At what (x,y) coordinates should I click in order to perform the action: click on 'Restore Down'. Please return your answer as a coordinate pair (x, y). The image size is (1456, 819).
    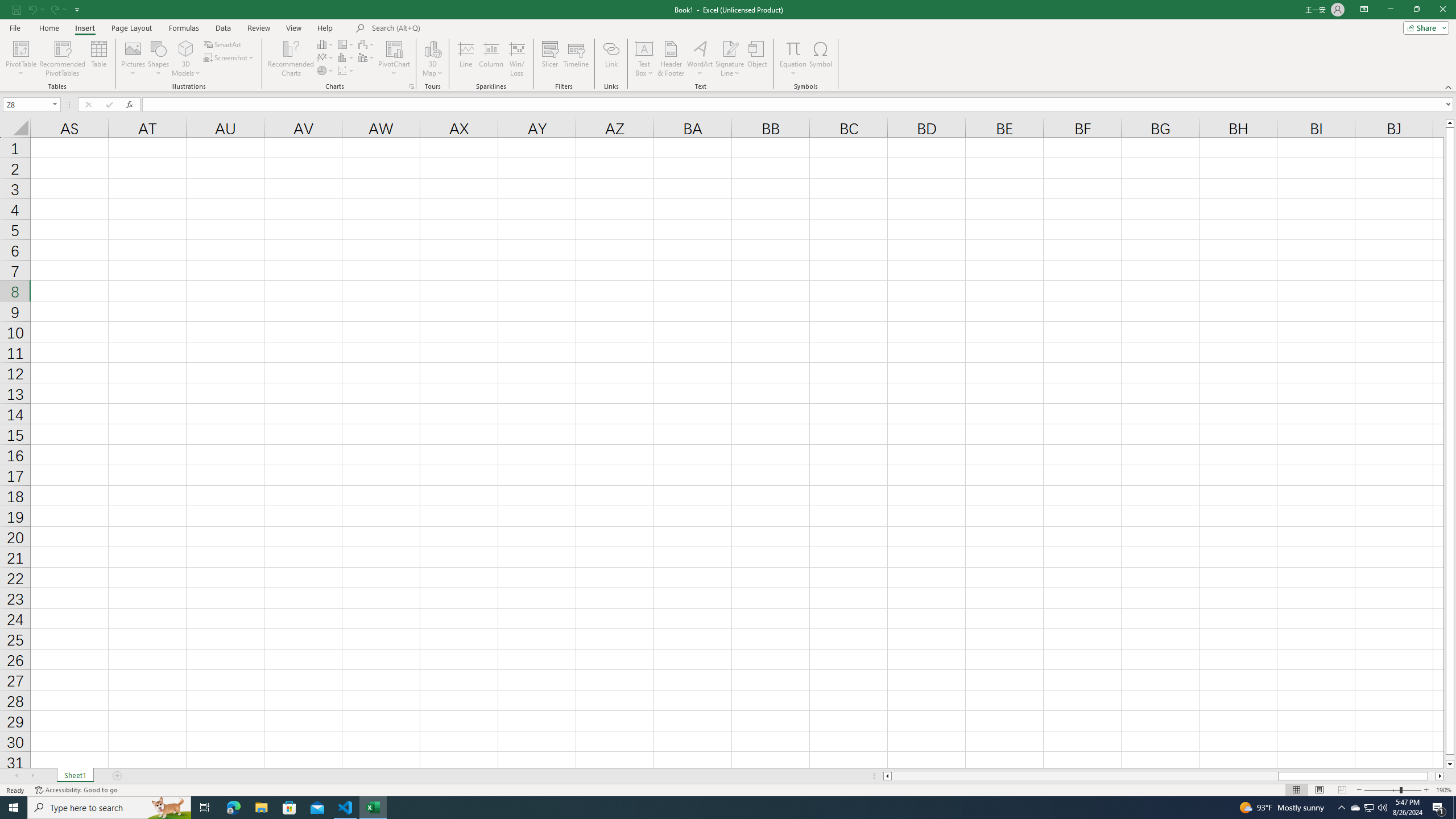
    Looking at the image, I should click on (1416, 9).